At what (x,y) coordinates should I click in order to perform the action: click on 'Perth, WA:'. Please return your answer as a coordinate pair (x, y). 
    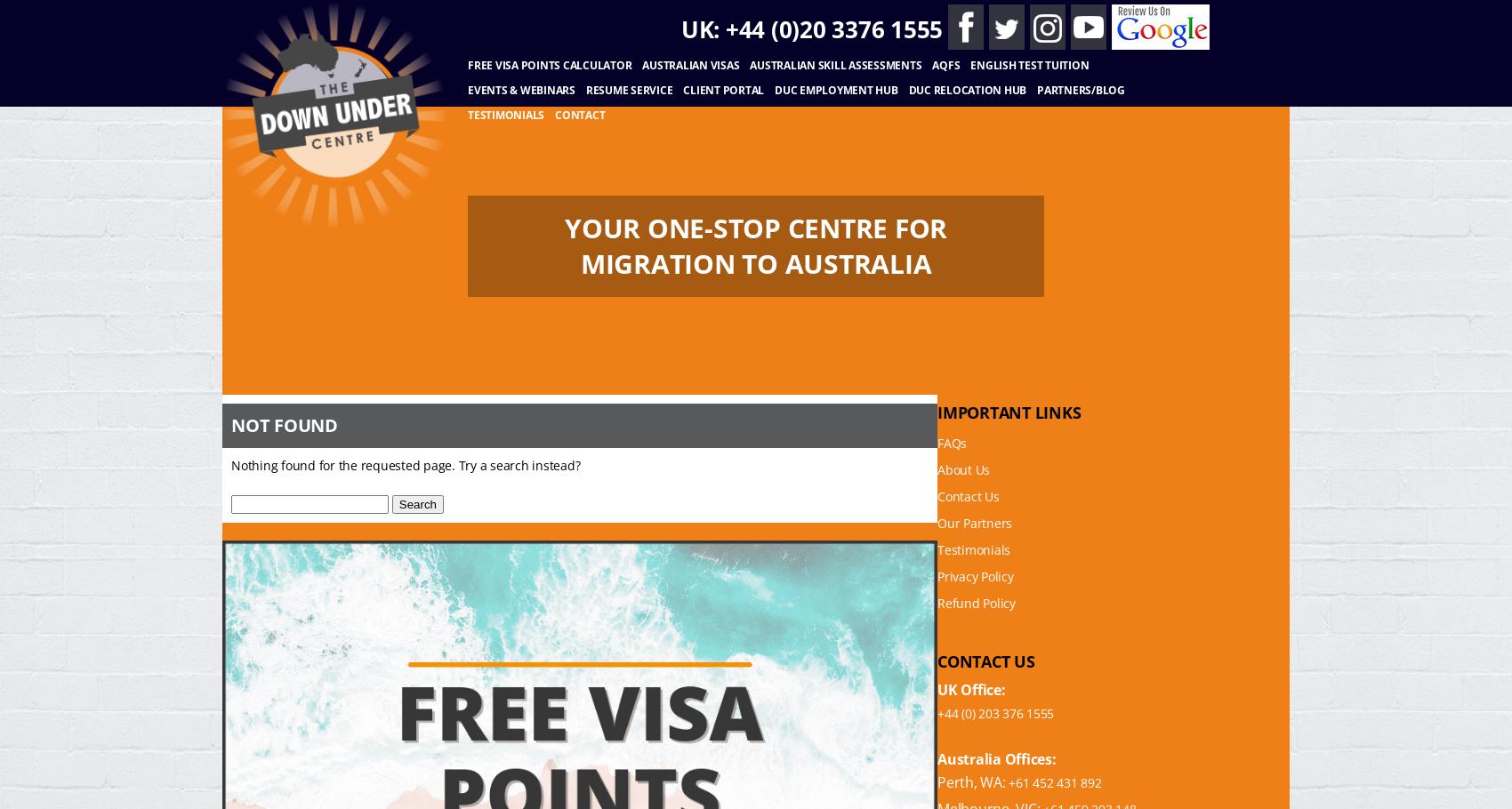
    Looking at the image, I should click on (972, 781).